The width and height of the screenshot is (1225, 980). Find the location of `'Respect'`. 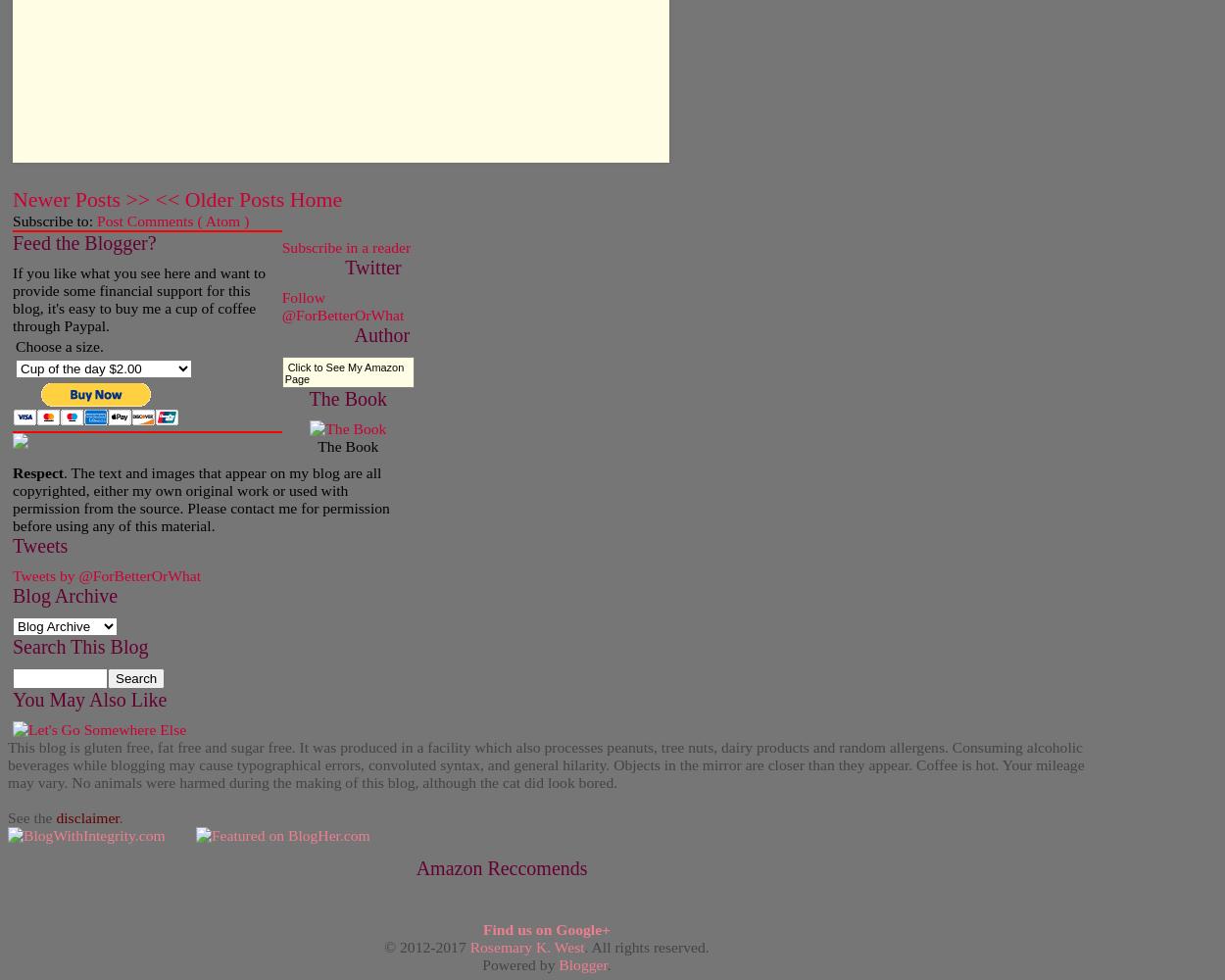

'Respect' is located at coordinates (38, 470).